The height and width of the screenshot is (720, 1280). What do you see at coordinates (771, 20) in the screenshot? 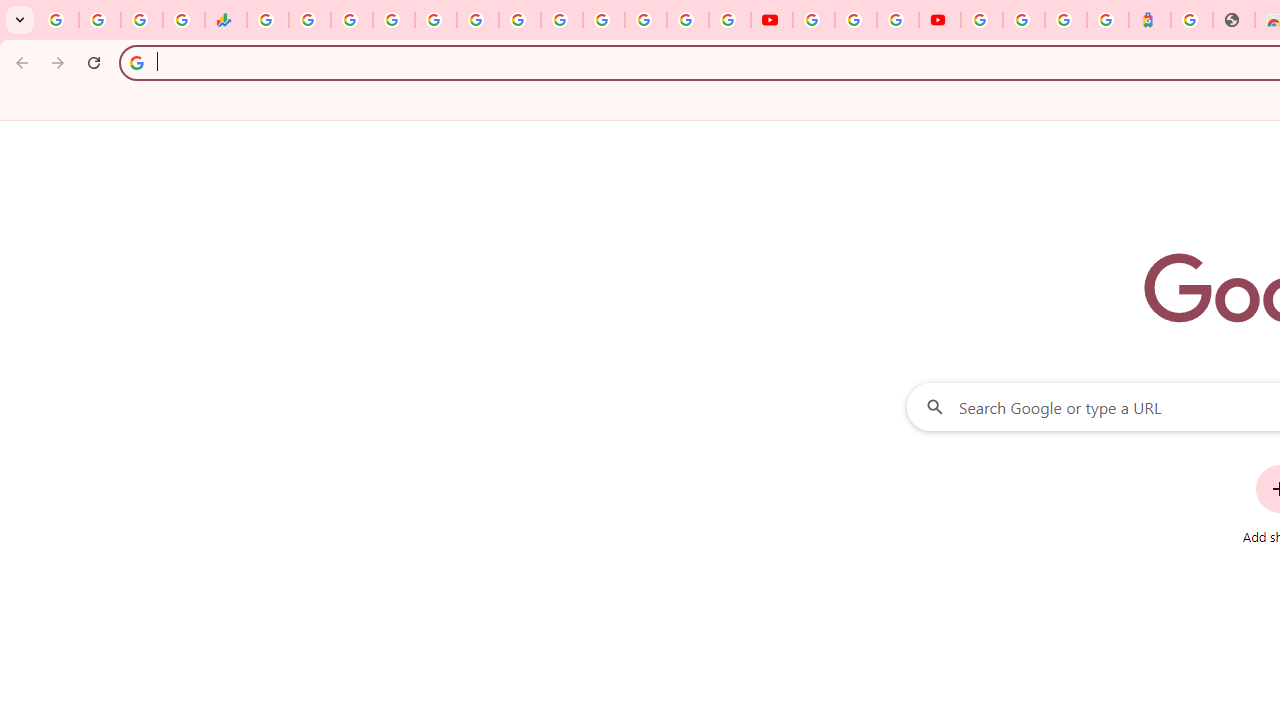
I see `'YouTube'` at bounding box center [771, 20].